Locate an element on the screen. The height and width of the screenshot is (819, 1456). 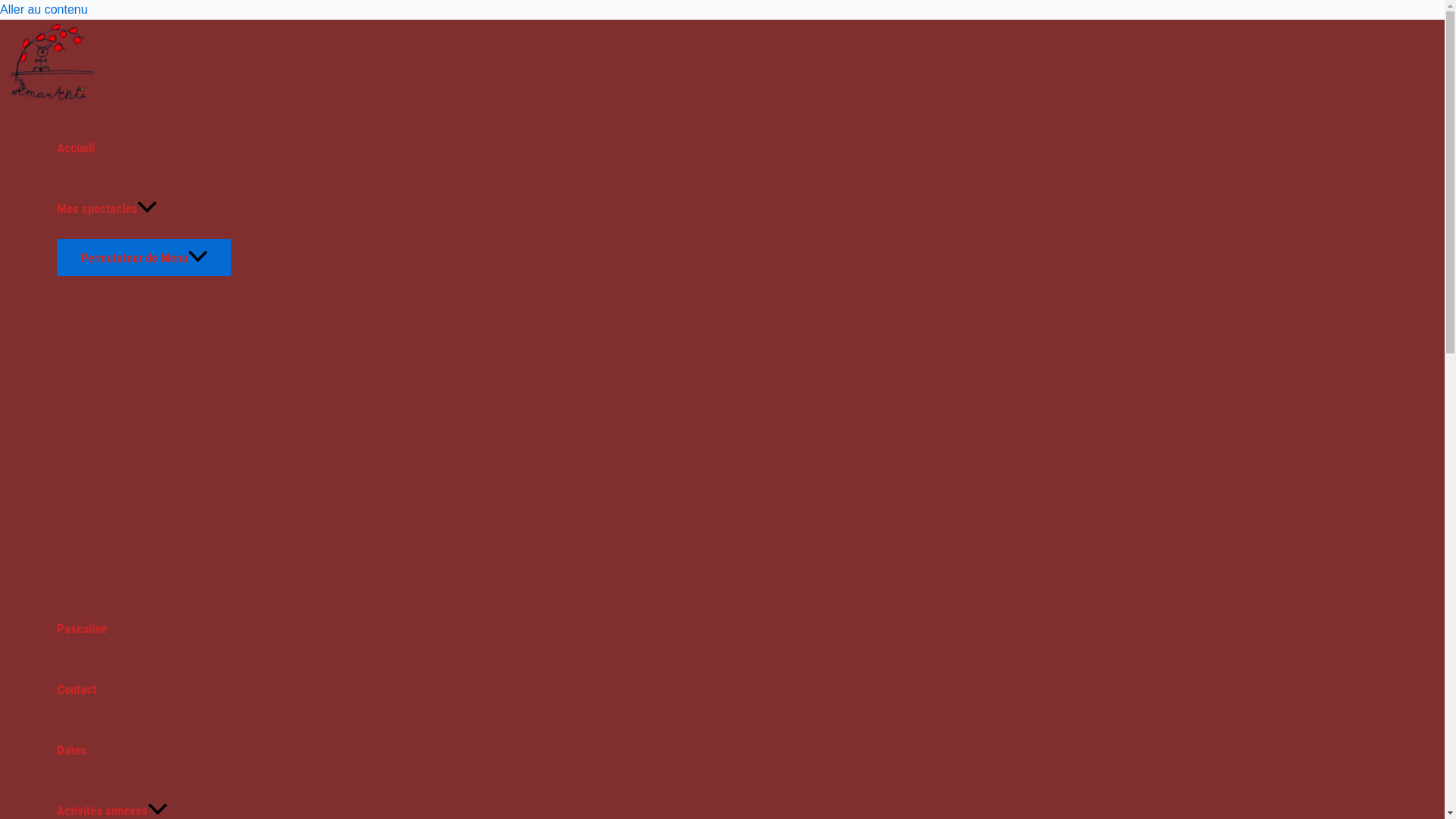
'Permutateur de Menu' is located at coordinates (144, 256).